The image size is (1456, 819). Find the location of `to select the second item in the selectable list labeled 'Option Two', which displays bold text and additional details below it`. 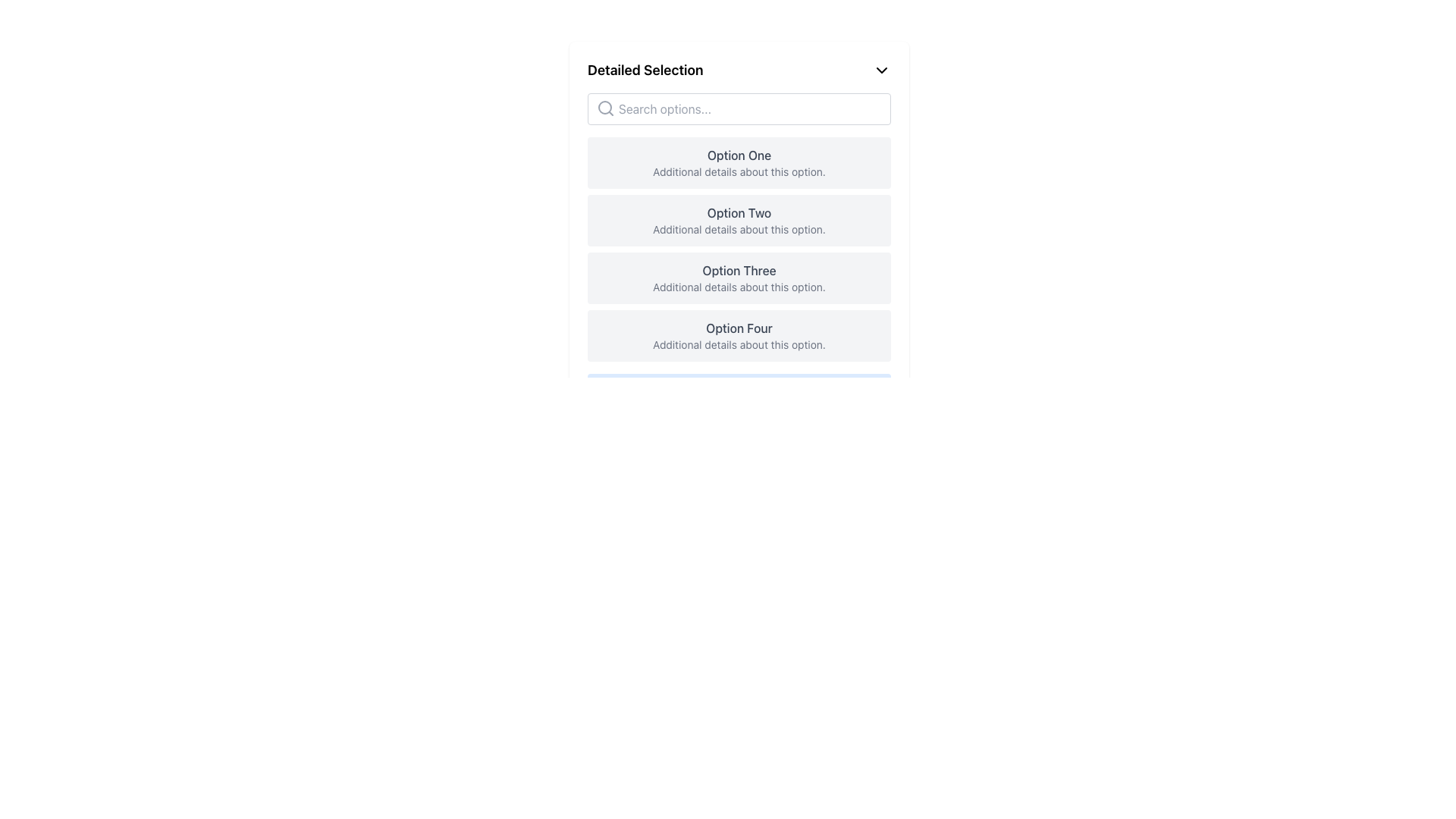

to select the second item in the selectable list labeled 'Option Two', which displays bold text and additional details below it is located at coordinates (739, 220).